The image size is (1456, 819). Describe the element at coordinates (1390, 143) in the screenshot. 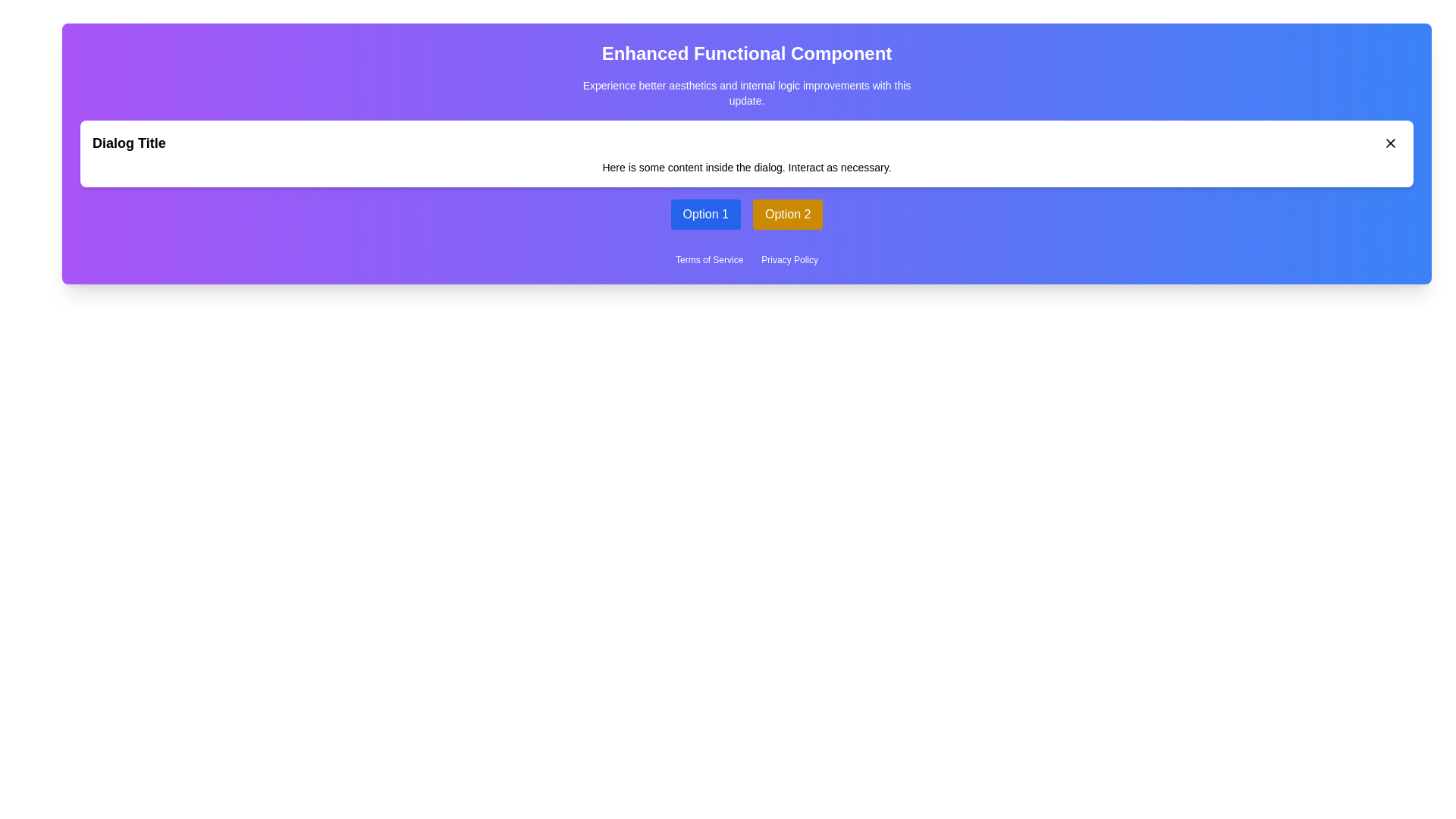

I see `the round button displaying an 'X' icon in the upper-right corner of the dialog header` at that location.